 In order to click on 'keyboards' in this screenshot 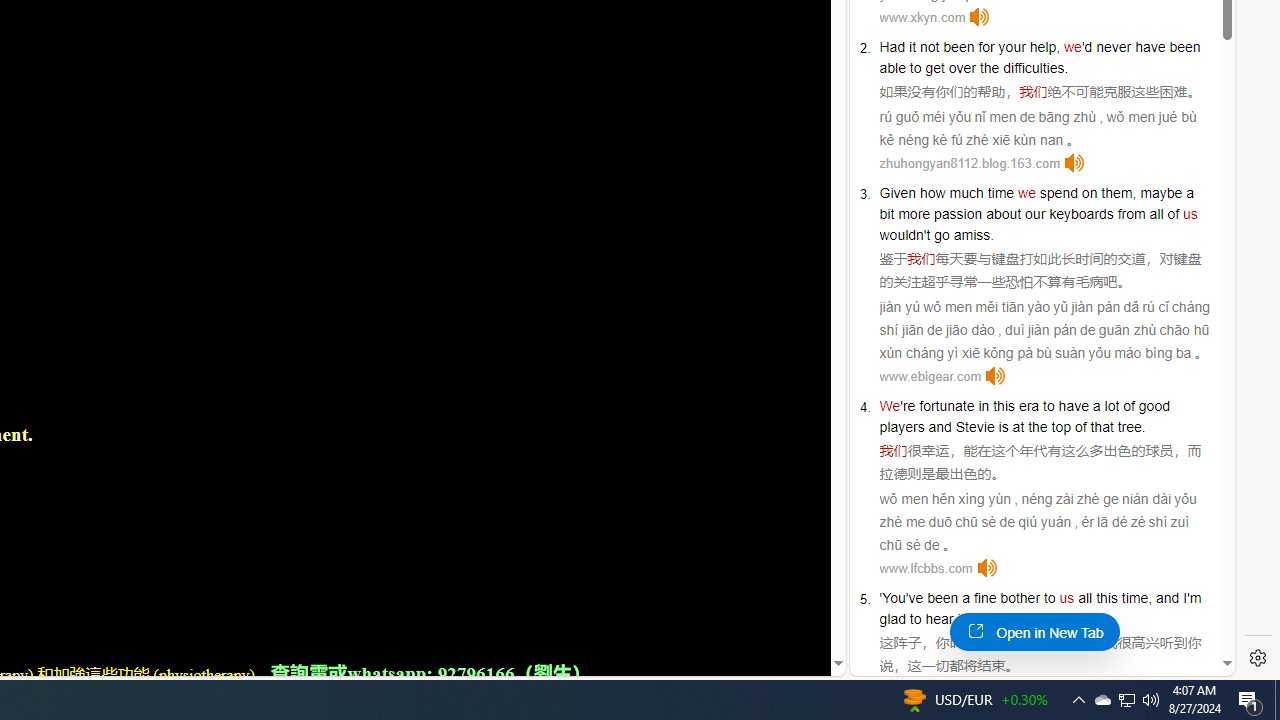, I will do `click(1080, 213)`.